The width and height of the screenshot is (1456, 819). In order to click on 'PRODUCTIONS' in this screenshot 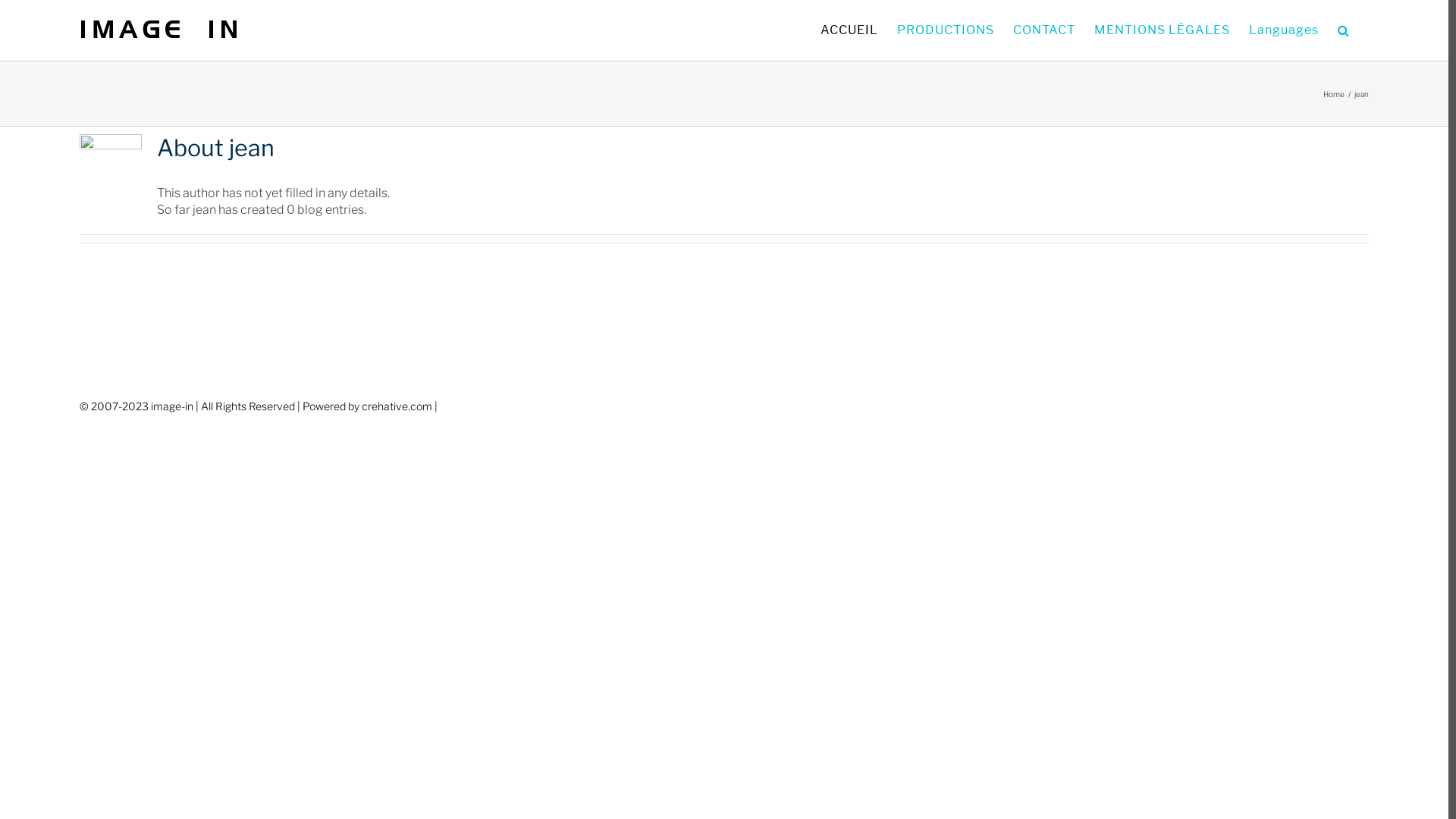, I will do `click(945, 30)`.